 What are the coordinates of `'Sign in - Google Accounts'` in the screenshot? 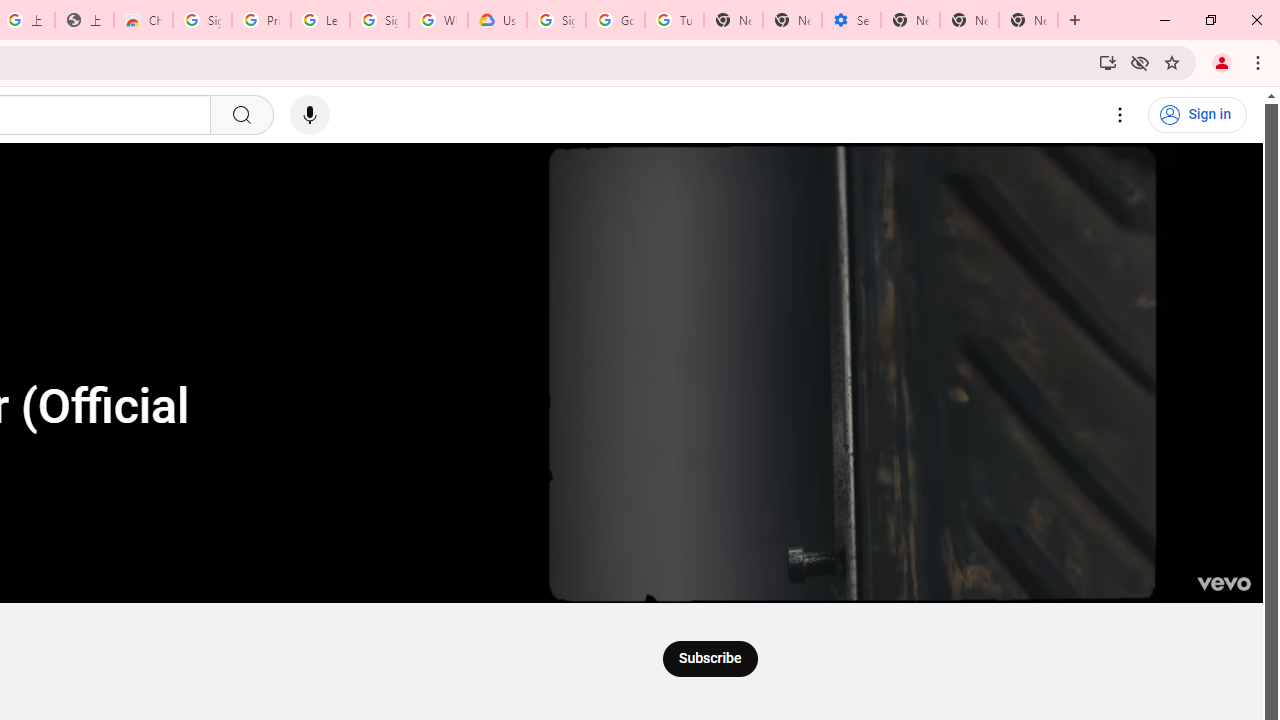 It's located at (202, 20).